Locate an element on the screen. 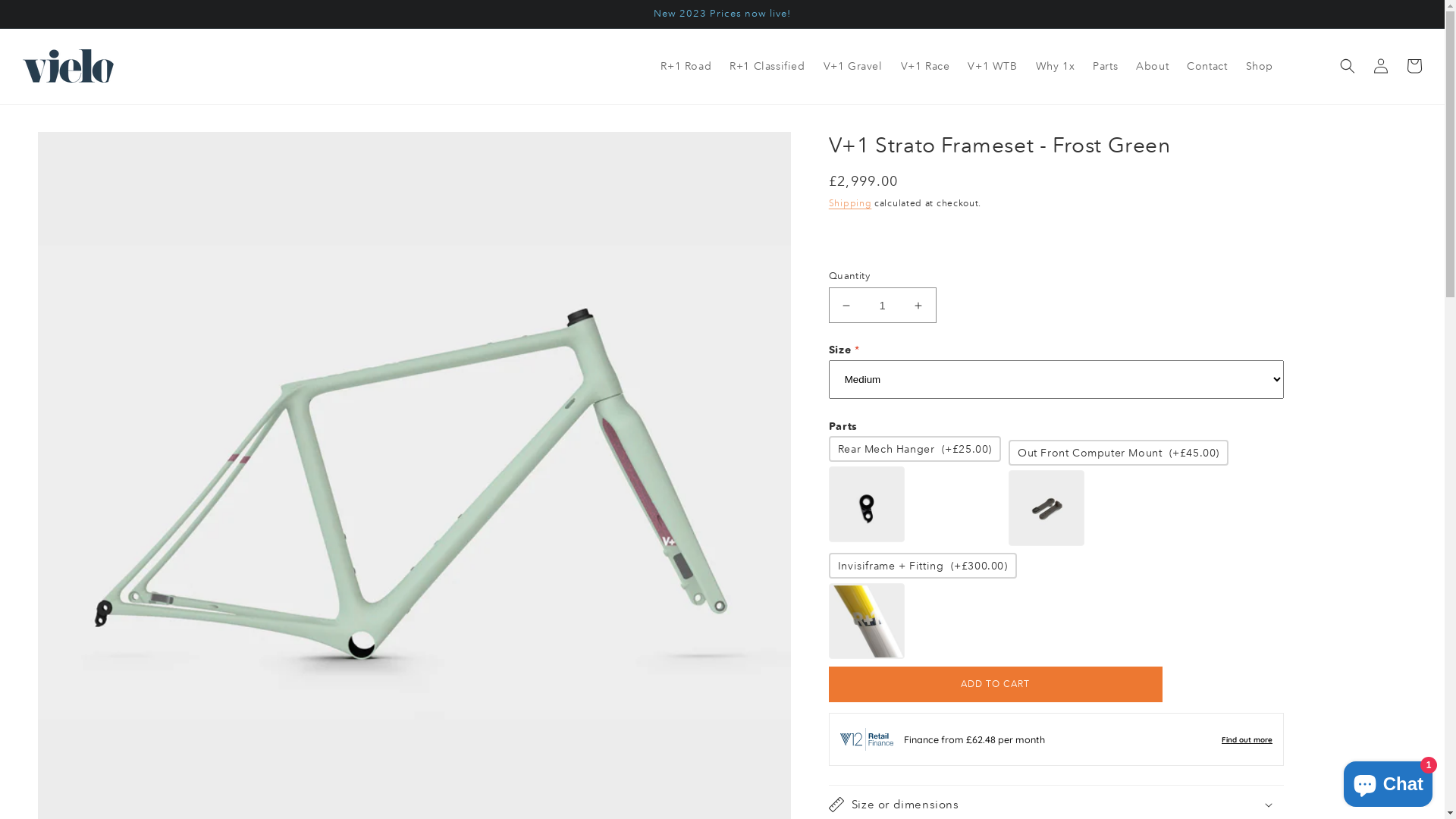  'R+1 Classified' is located at coordinates (767, 65).